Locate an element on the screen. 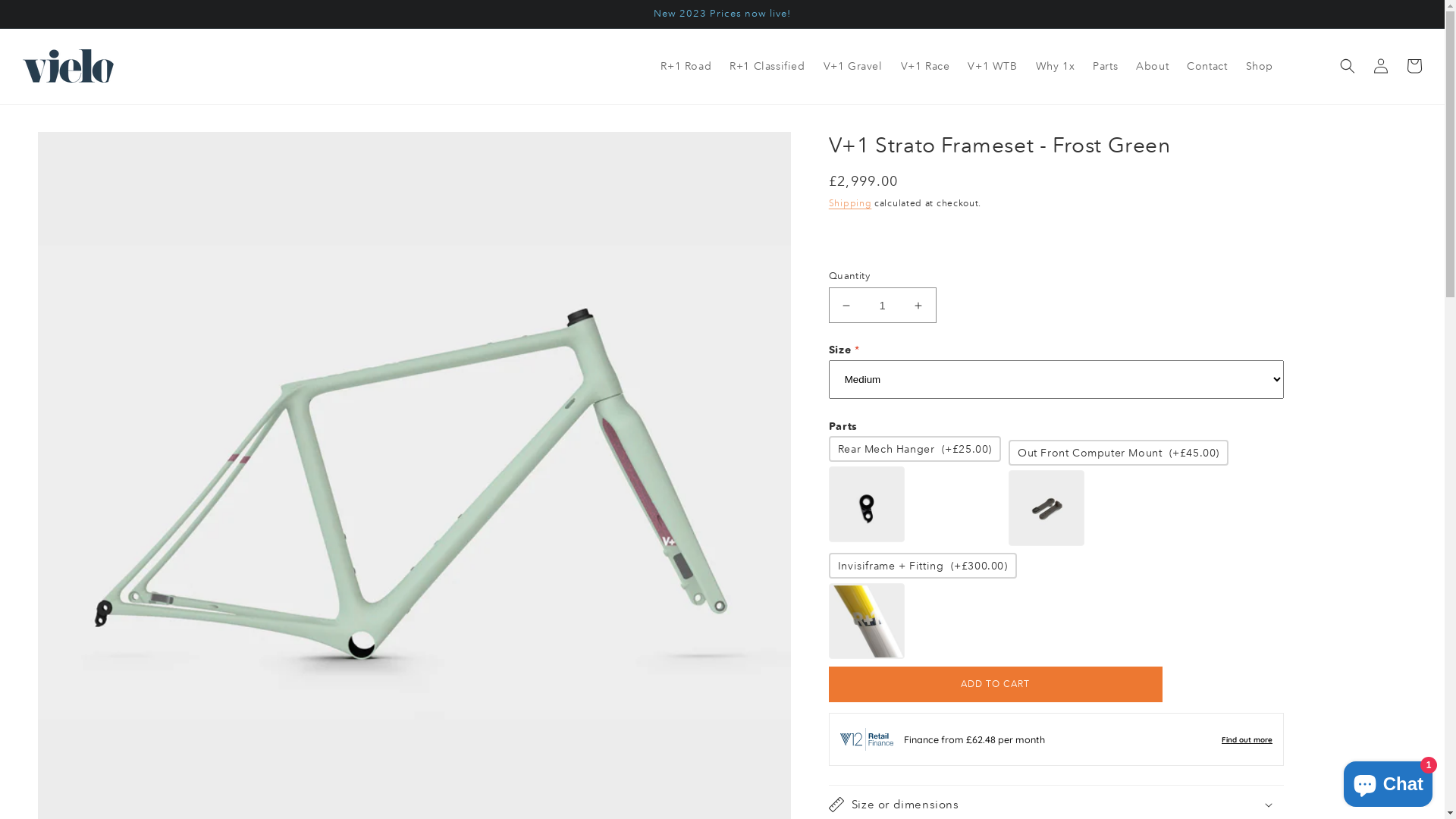  'R+1 Classified' is located at coordinates (767, 65).